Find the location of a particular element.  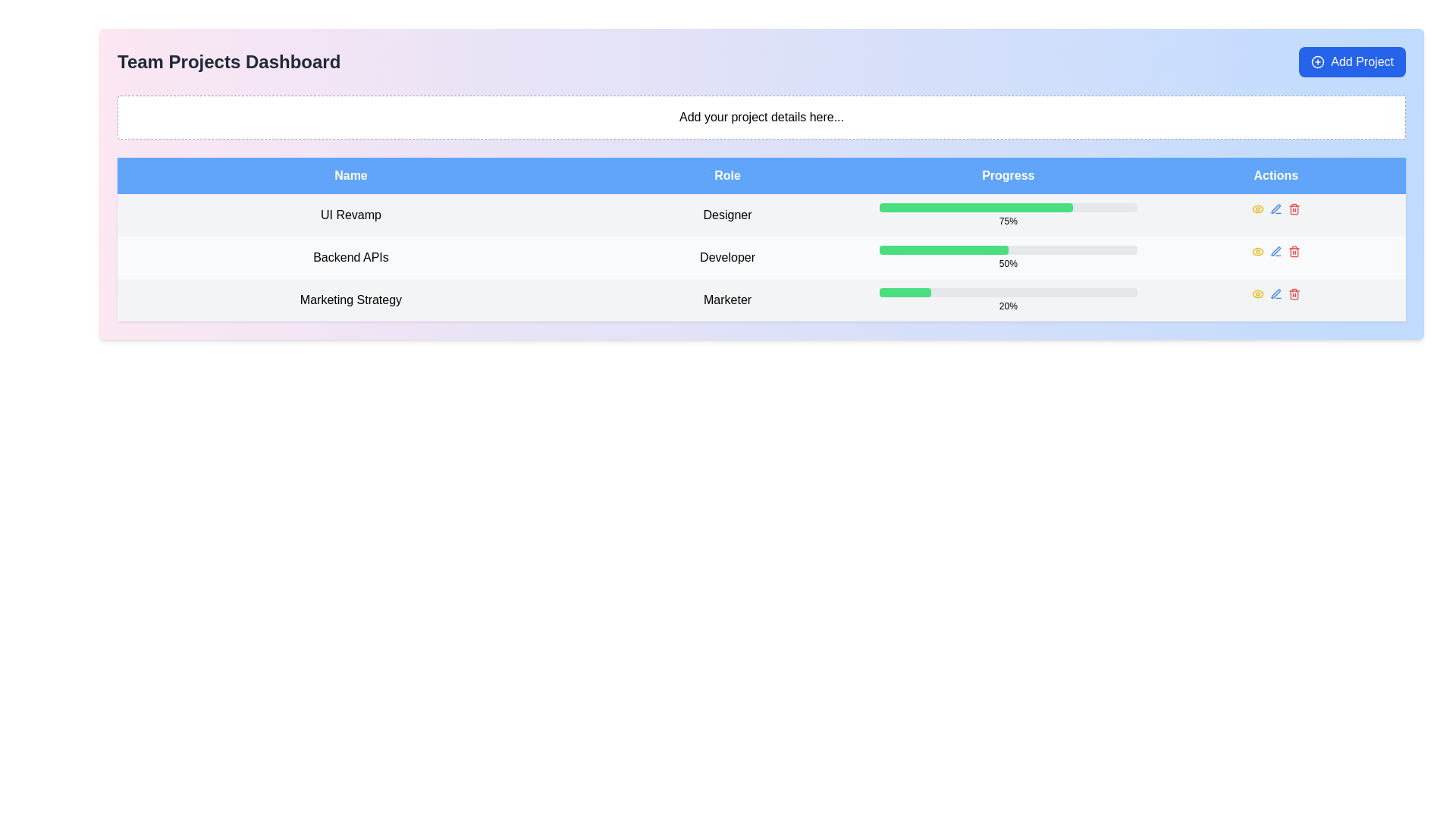

the red trash can icon button located in the last column of the table under the 'Actions' header in the third row corresponding to 'Backend APIs' is located at coordinates (1293, 250).